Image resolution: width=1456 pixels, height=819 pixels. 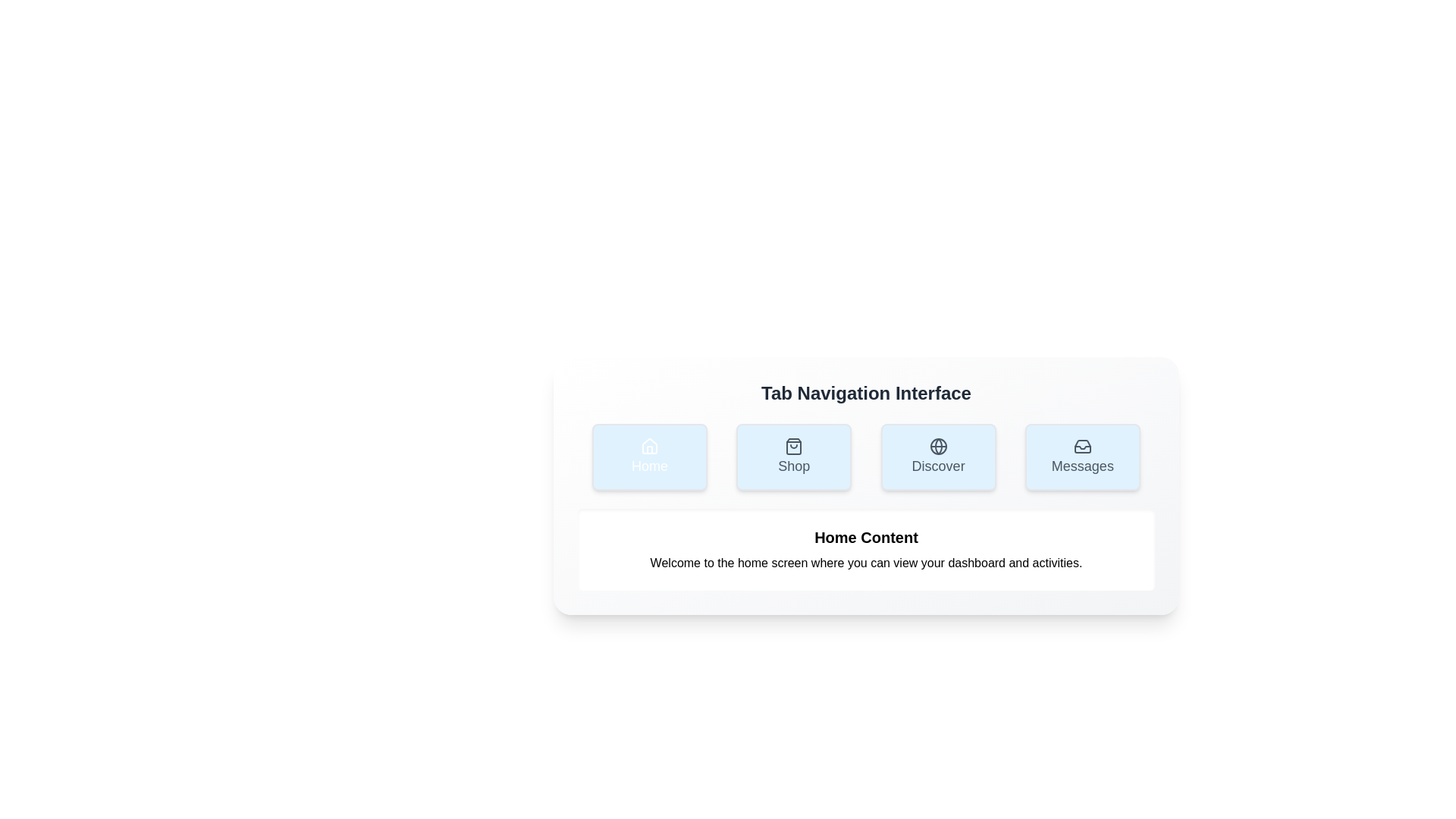 I want to click on the circular part of the 'Discover' navigation icon, which visually represents its purpose and is located between the 'Shop' and 'Messages' tabs, so click(x=937, y=446).